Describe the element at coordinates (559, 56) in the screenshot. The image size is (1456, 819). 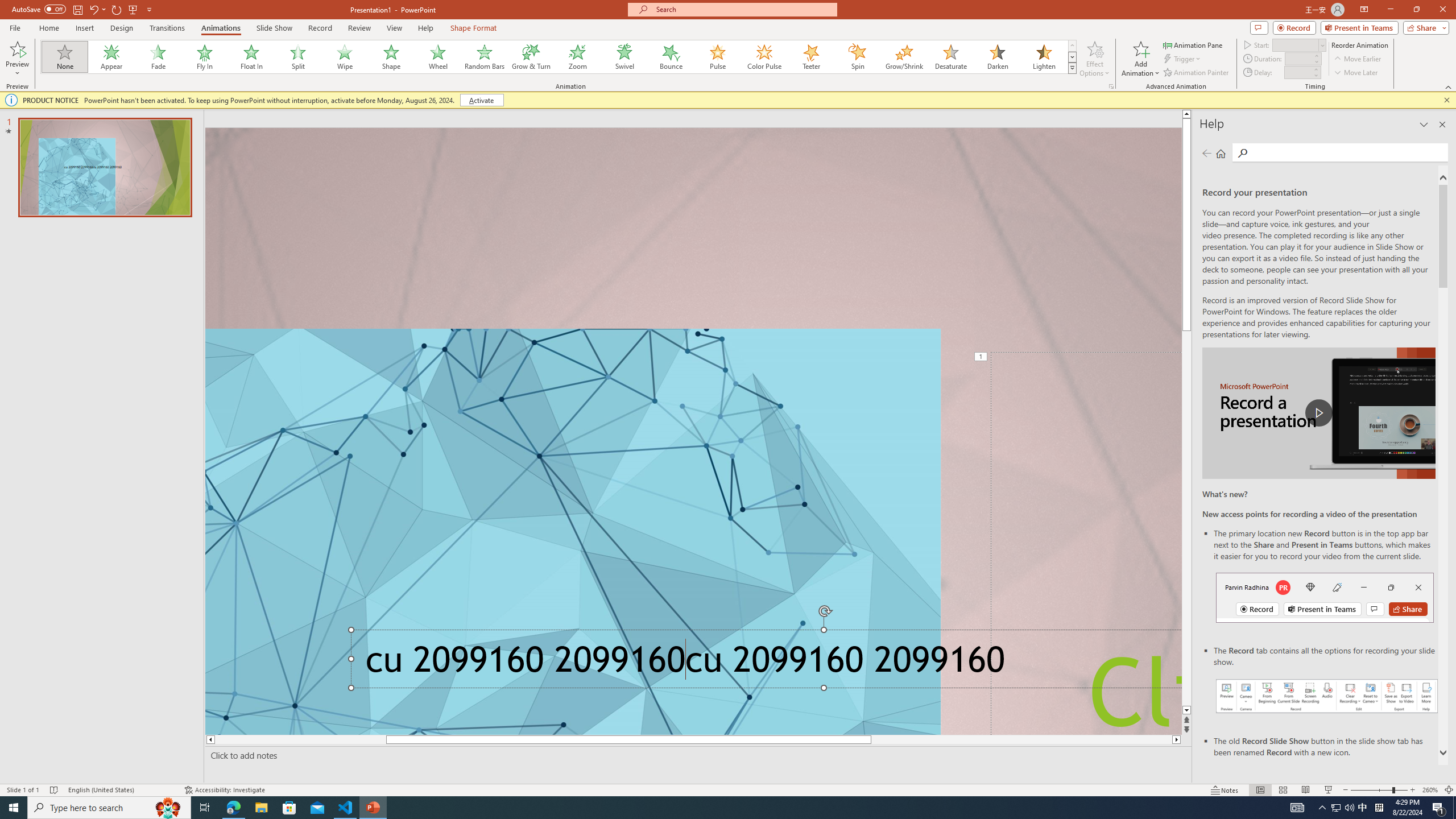
I see `'AutomationID: AnimationGallery'` at that location.